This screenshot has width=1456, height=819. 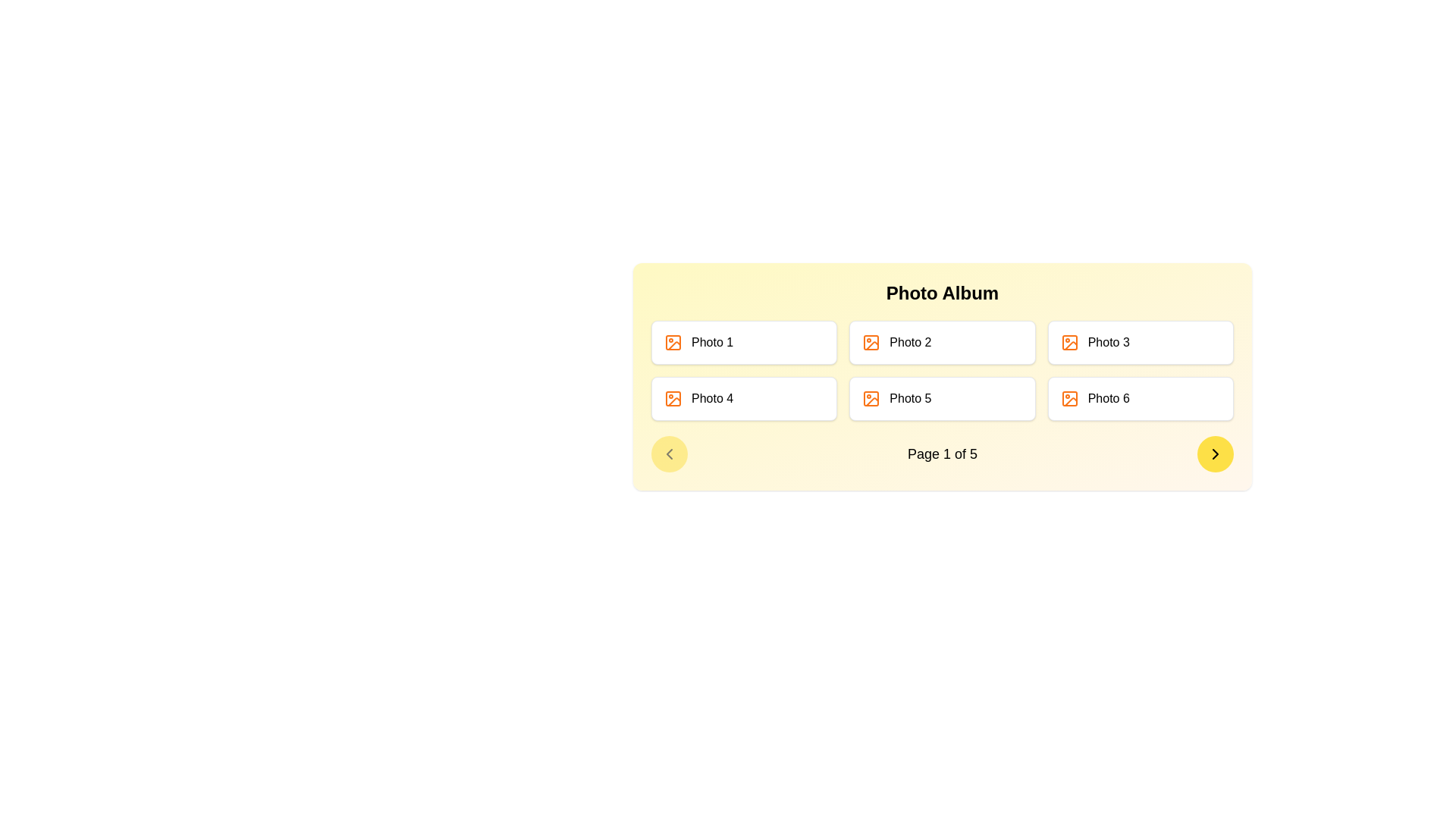 What do you see at coordinates (669, 453) in the screenshot?
I see `the navigation button icon located in the bottom-left corner of the photo album panel to visualize interactivity effects` at bounding box center [669, 453].